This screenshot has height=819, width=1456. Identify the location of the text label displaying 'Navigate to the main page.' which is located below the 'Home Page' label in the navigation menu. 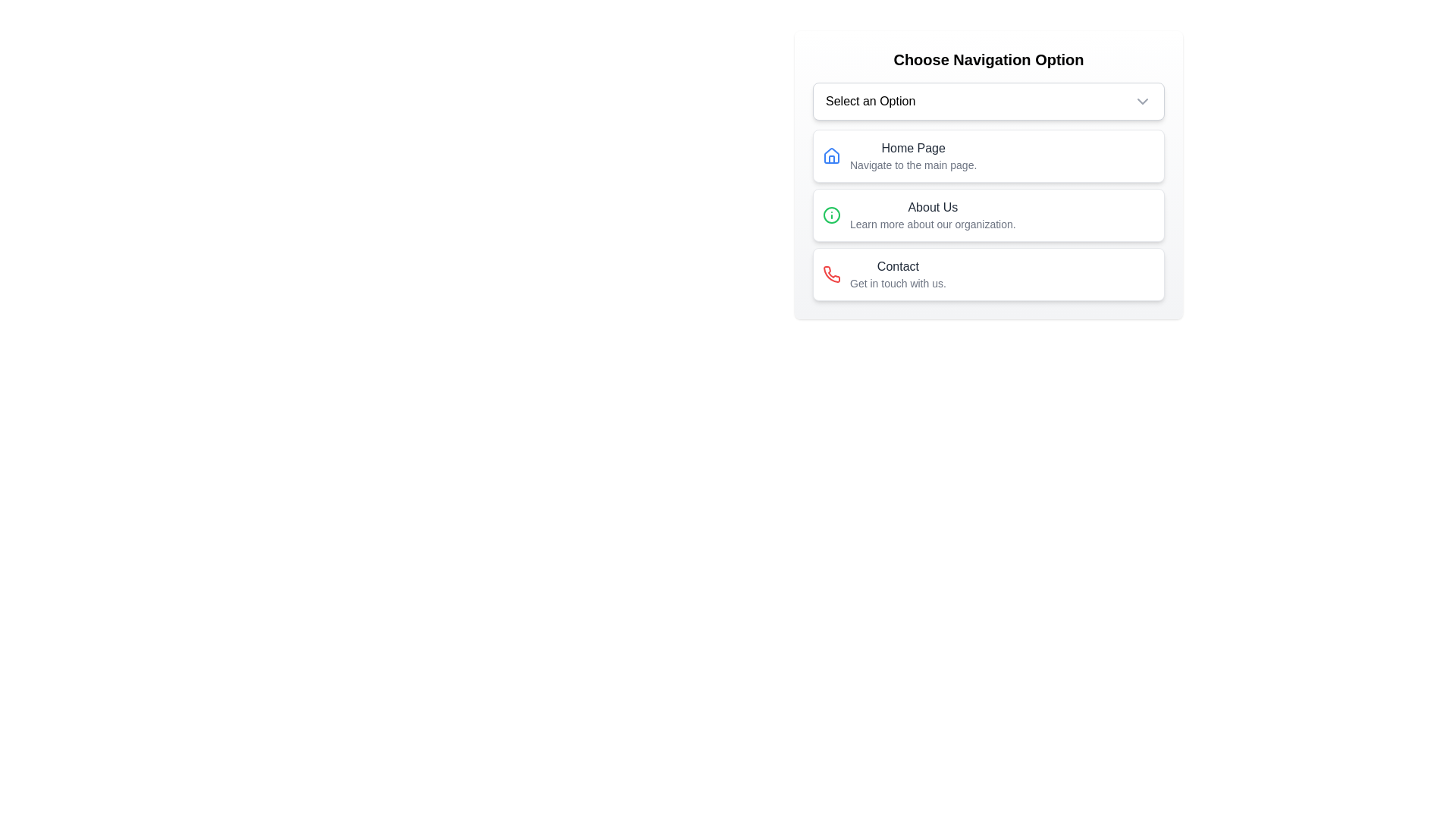
(912, 165).